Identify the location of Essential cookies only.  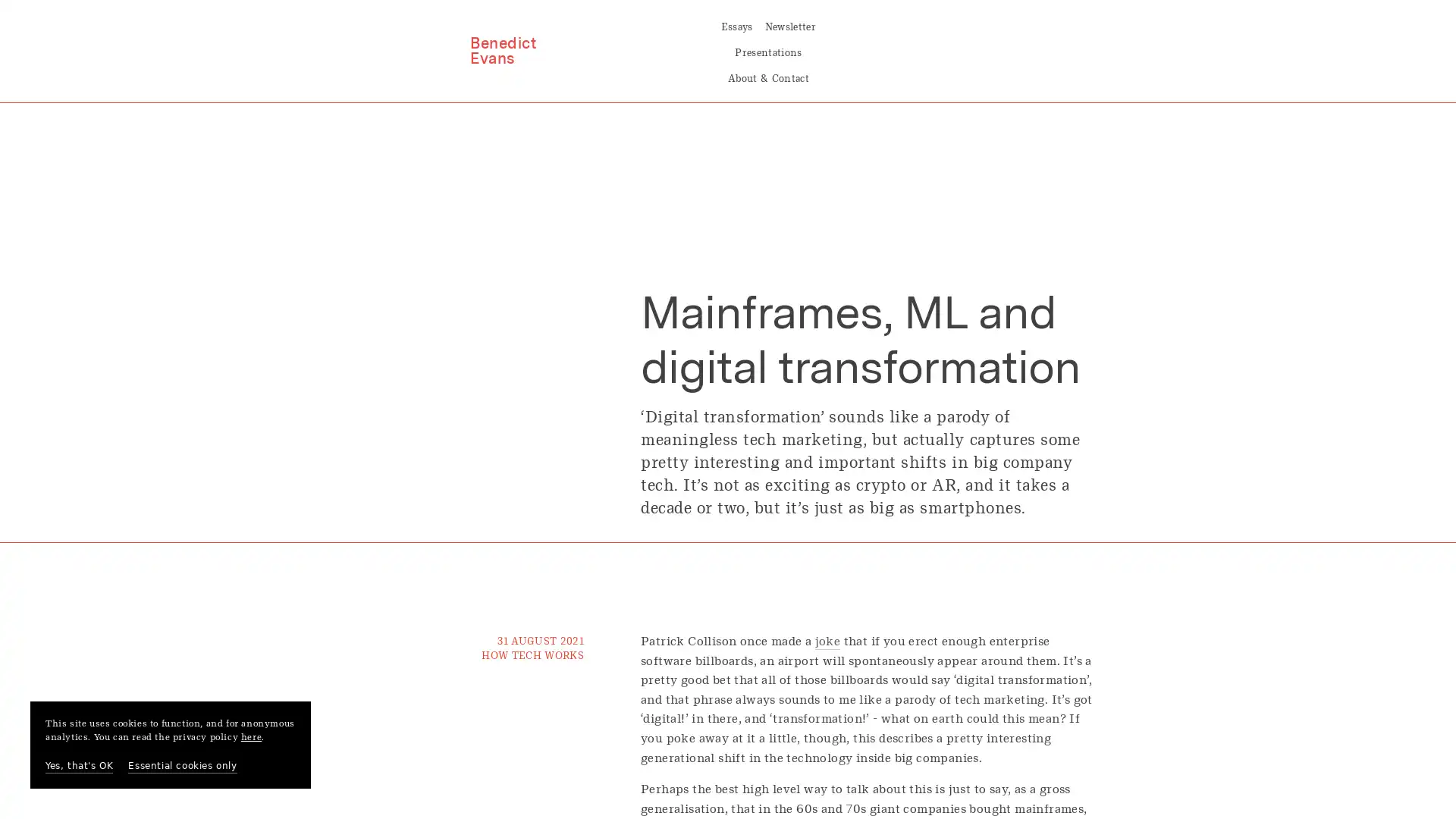
(182, 766).